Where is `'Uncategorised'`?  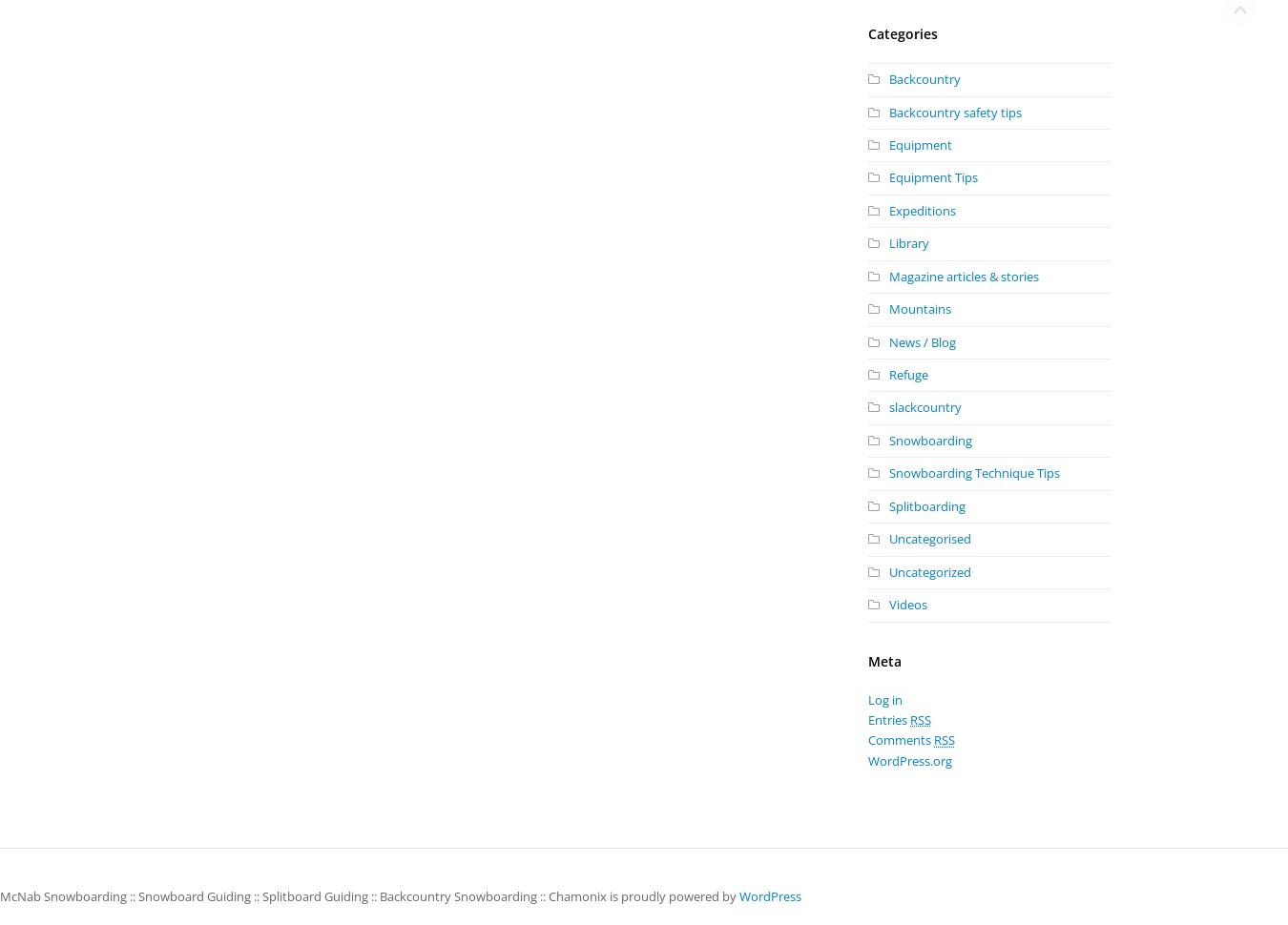 'Uncategorised' is located at coordinates (928, 538).